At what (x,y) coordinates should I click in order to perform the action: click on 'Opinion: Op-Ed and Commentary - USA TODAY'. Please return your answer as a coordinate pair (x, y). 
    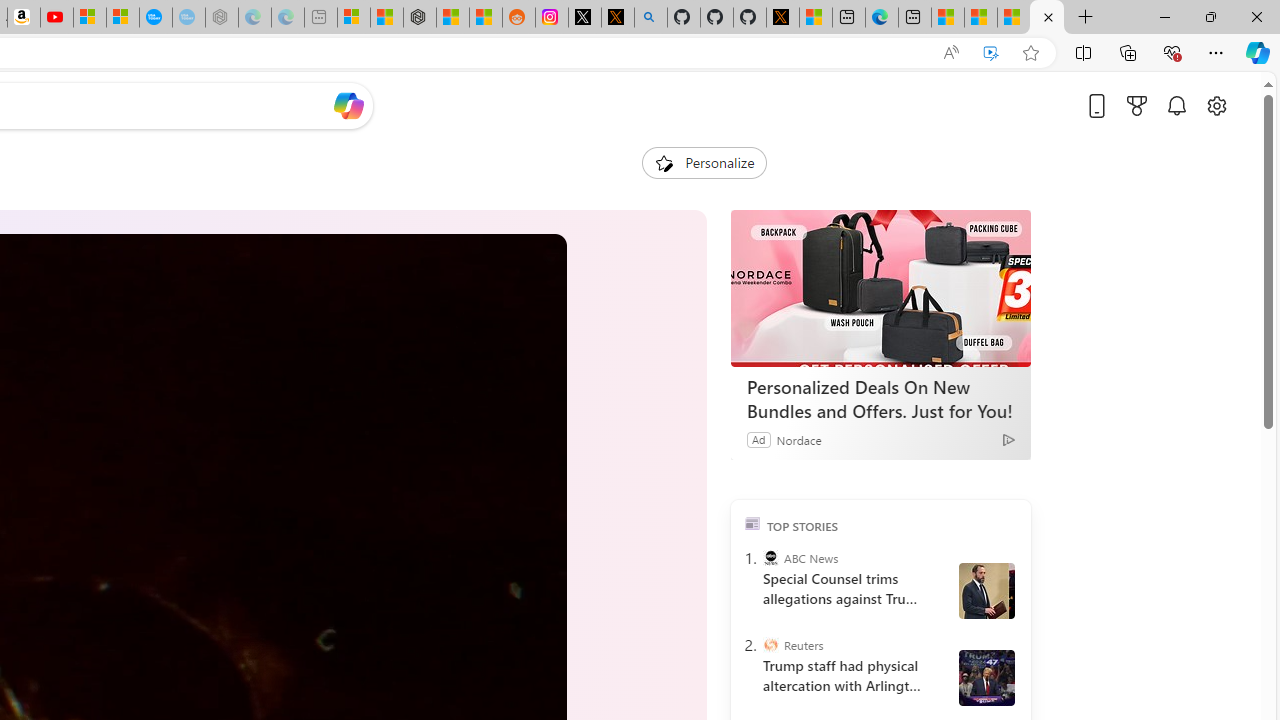
    Looking at the image, I should click on (154, 17).